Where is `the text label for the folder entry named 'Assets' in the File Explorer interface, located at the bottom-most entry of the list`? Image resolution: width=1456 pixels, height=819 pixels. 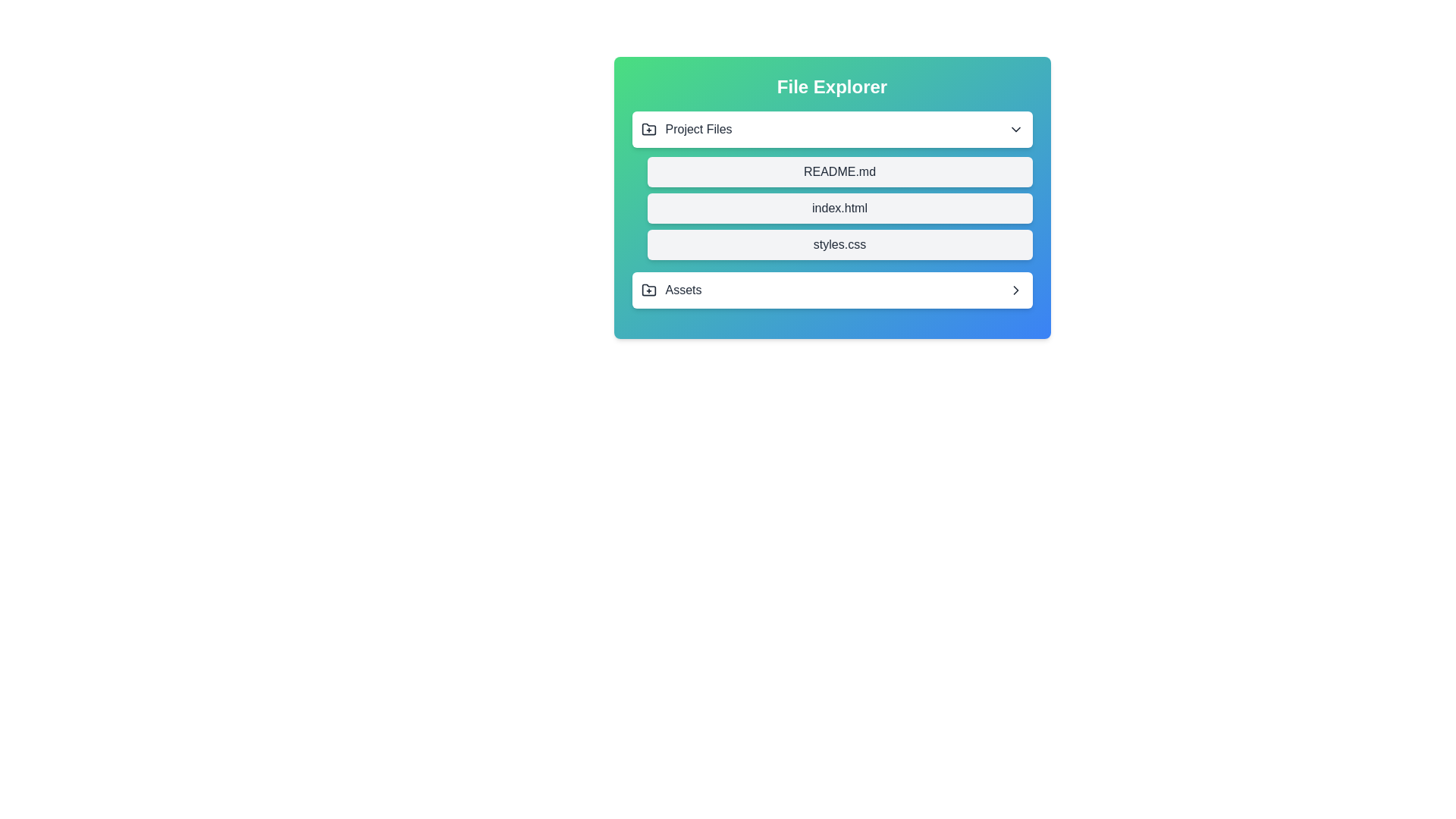 the text label for the folder entry named 'Assets' in the File Explorer interface, located at the bottom-most entry of the list is located at coordinates (682, 290).